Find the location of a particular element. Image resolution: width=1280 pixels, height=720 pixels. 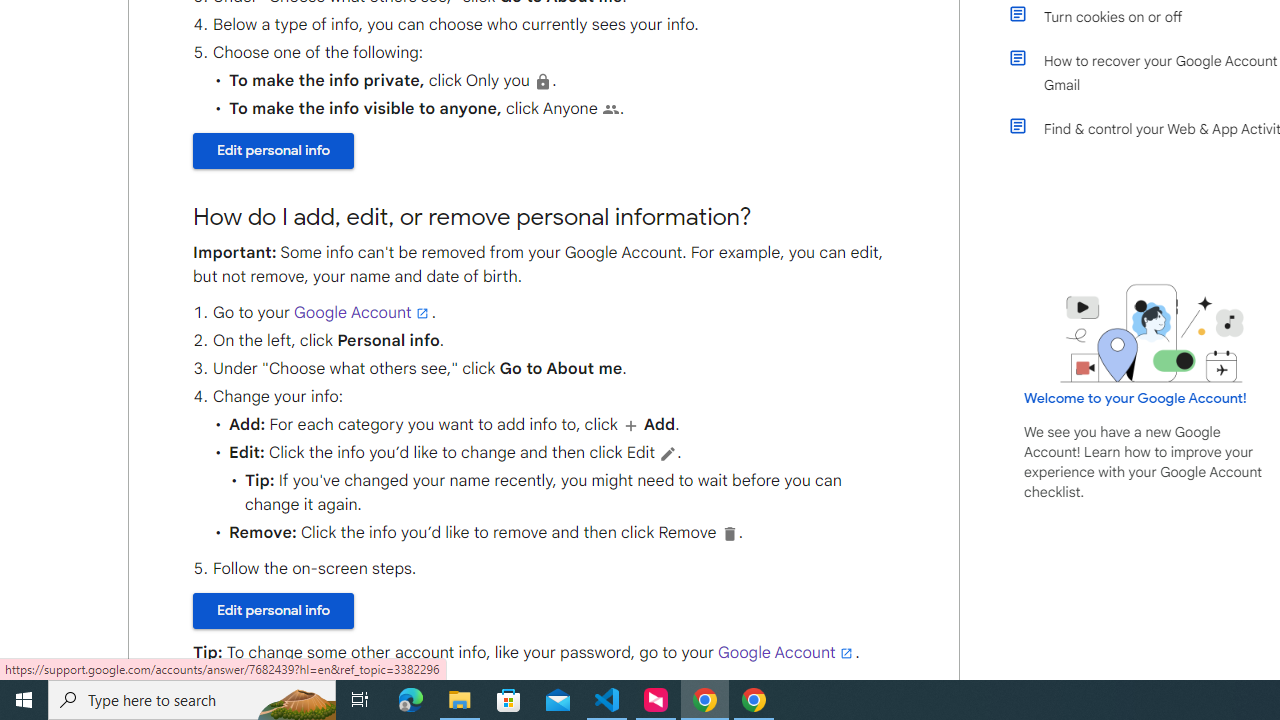

'Delete' is located at coordinates (727, 532).